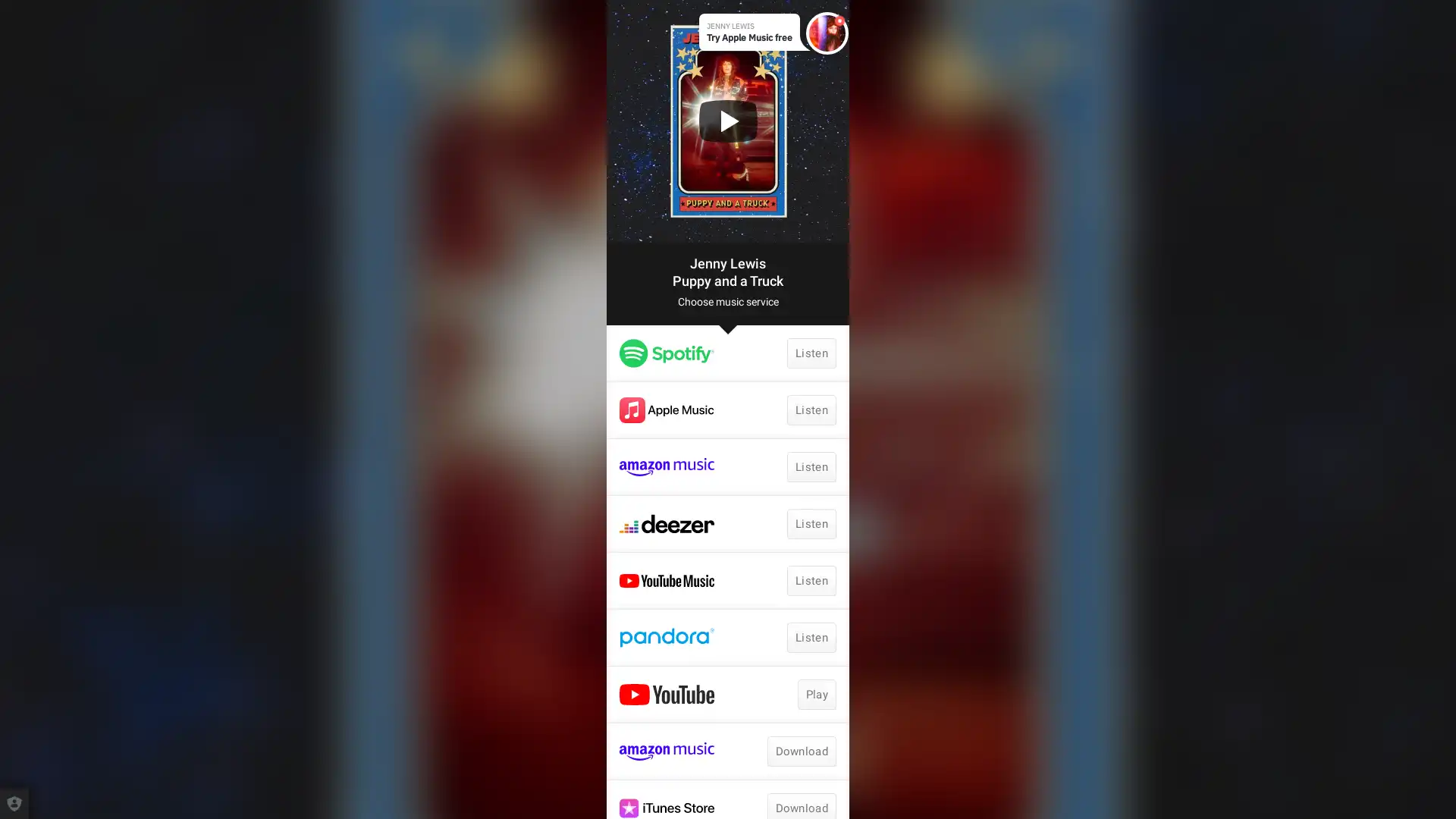 The image size is (1456, 819). What do you see at coordinates (811, 580) in the screenshot?
I see `Listen` at bounding box center [811, 580].